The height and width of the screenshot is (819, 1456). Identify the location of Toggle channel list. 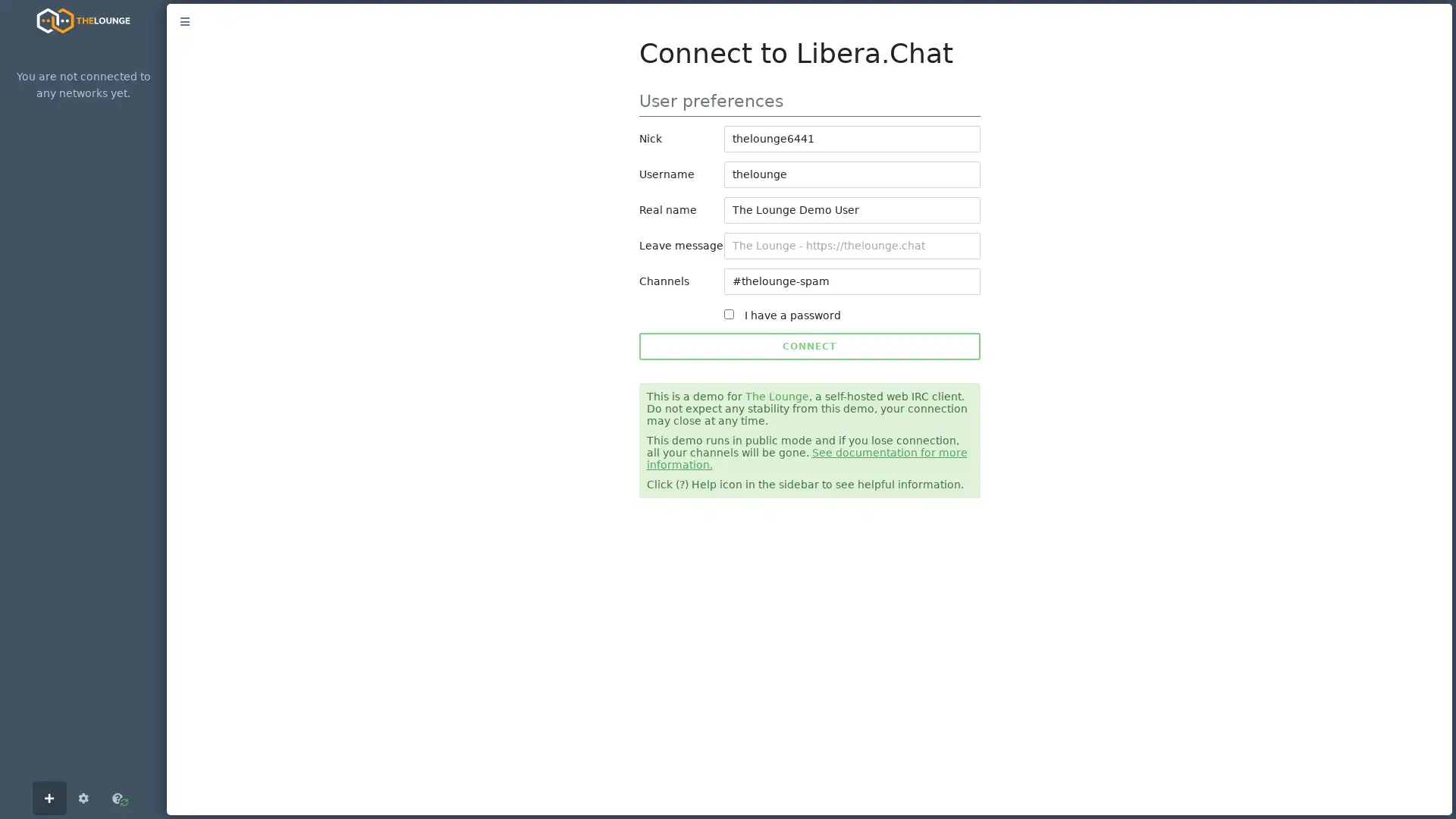
(184, 22).